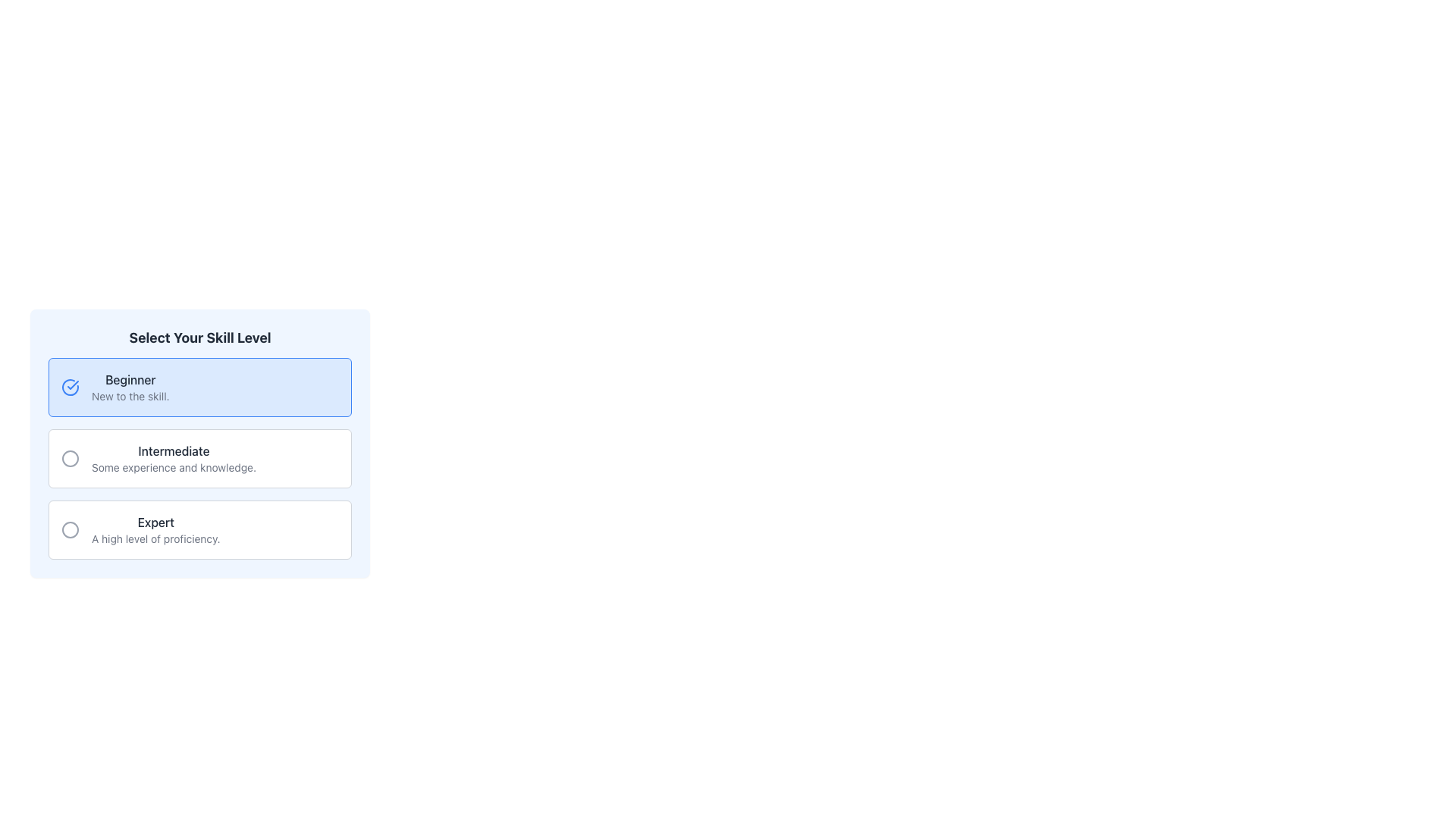 This screenshot has width=1456, height=819. Describe the element at coordinates (199, 337) in the screenshot. I see `the bold and large text heading that states 'Select Your Skill Level', which is located at the top of the card interface` at that location.